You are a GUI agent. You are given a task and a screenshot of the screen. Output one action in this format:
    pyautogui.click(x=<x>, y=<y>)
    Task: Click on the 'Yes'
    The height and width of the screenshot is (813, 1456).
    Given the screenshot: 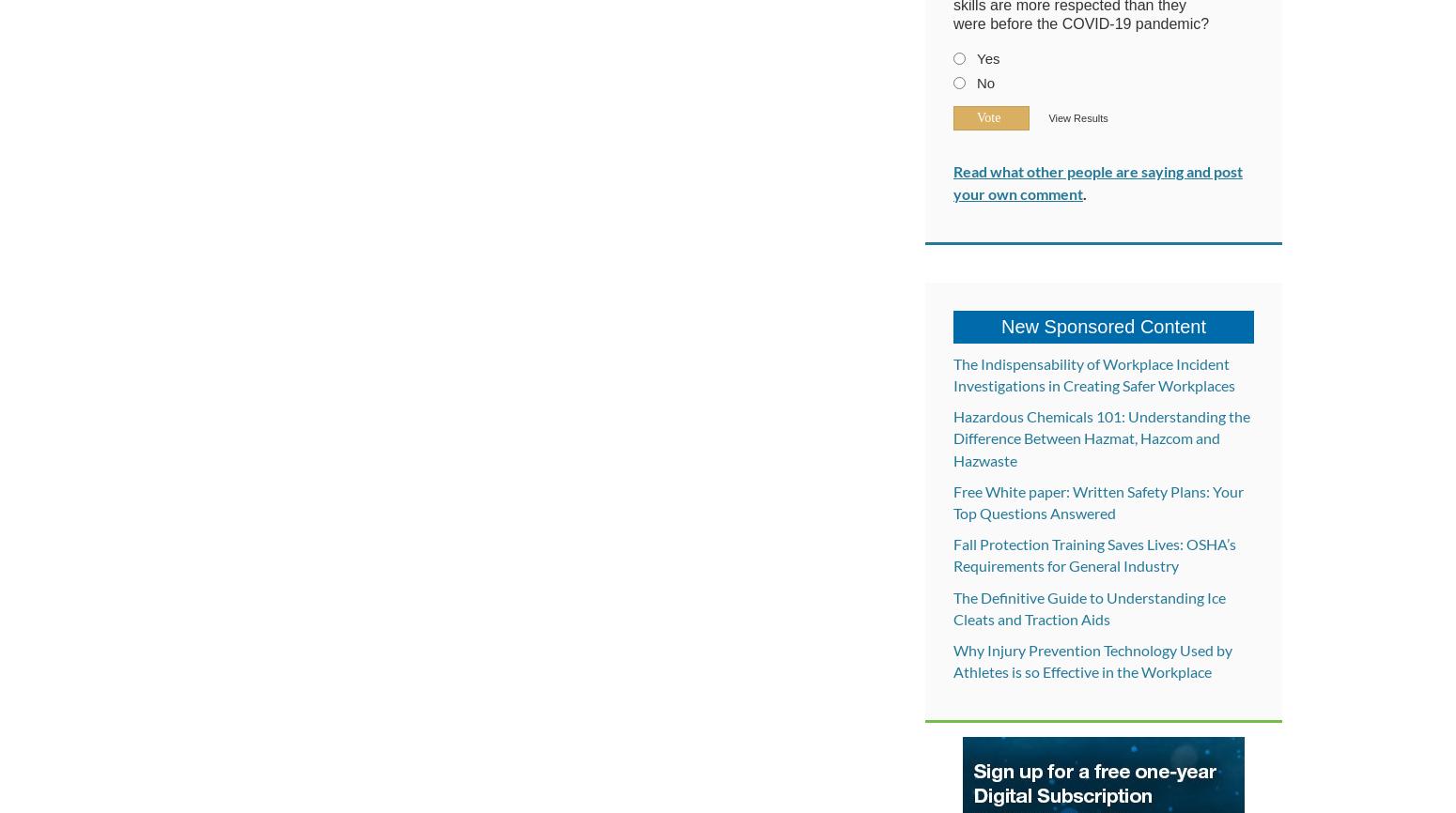 What is the action you would take?
    pyautogui.click(x=987, y=58)
    